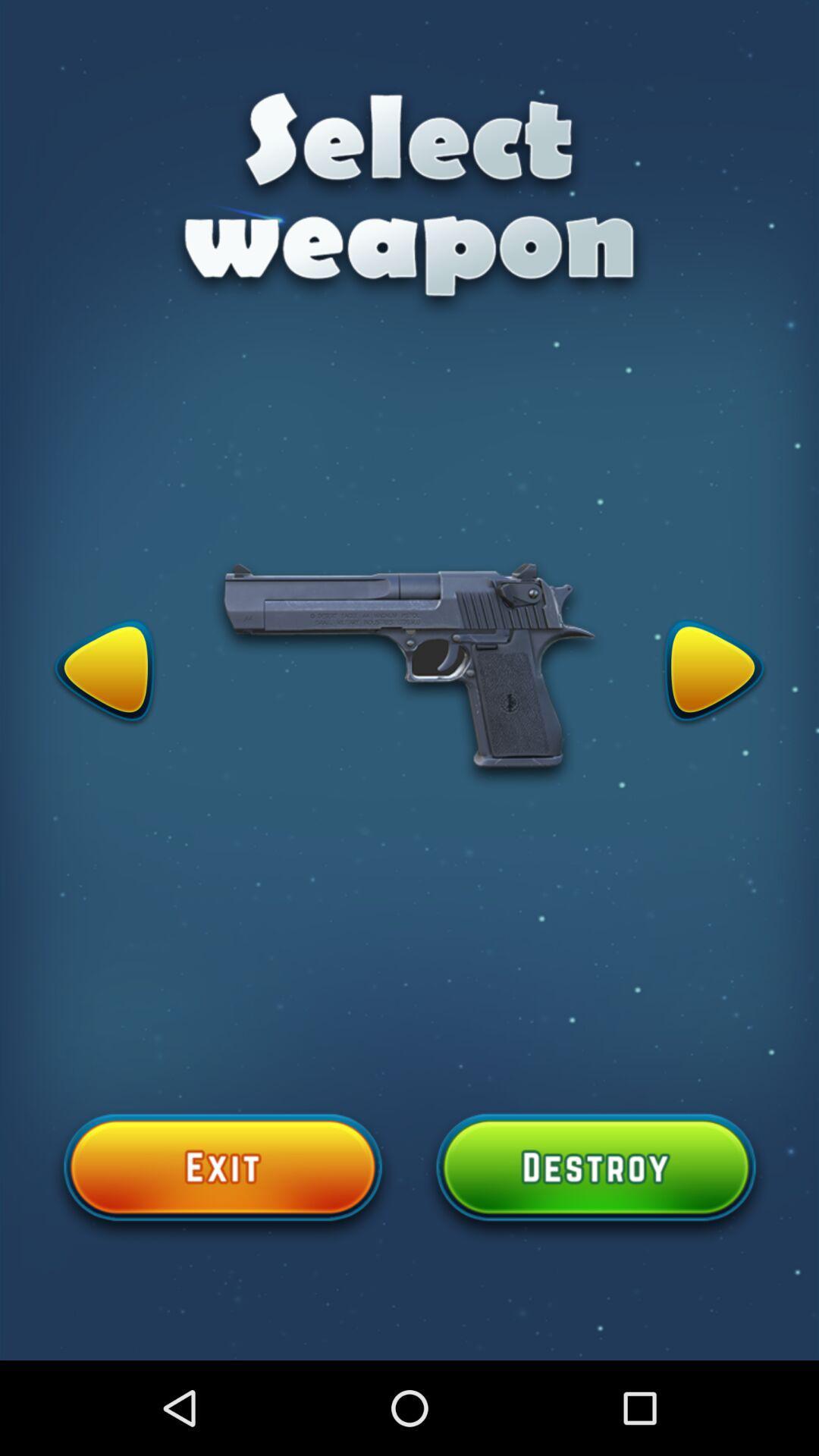 This screenshot has height=1456, width=819. I want to click on switch weapon, so click(714, 673).